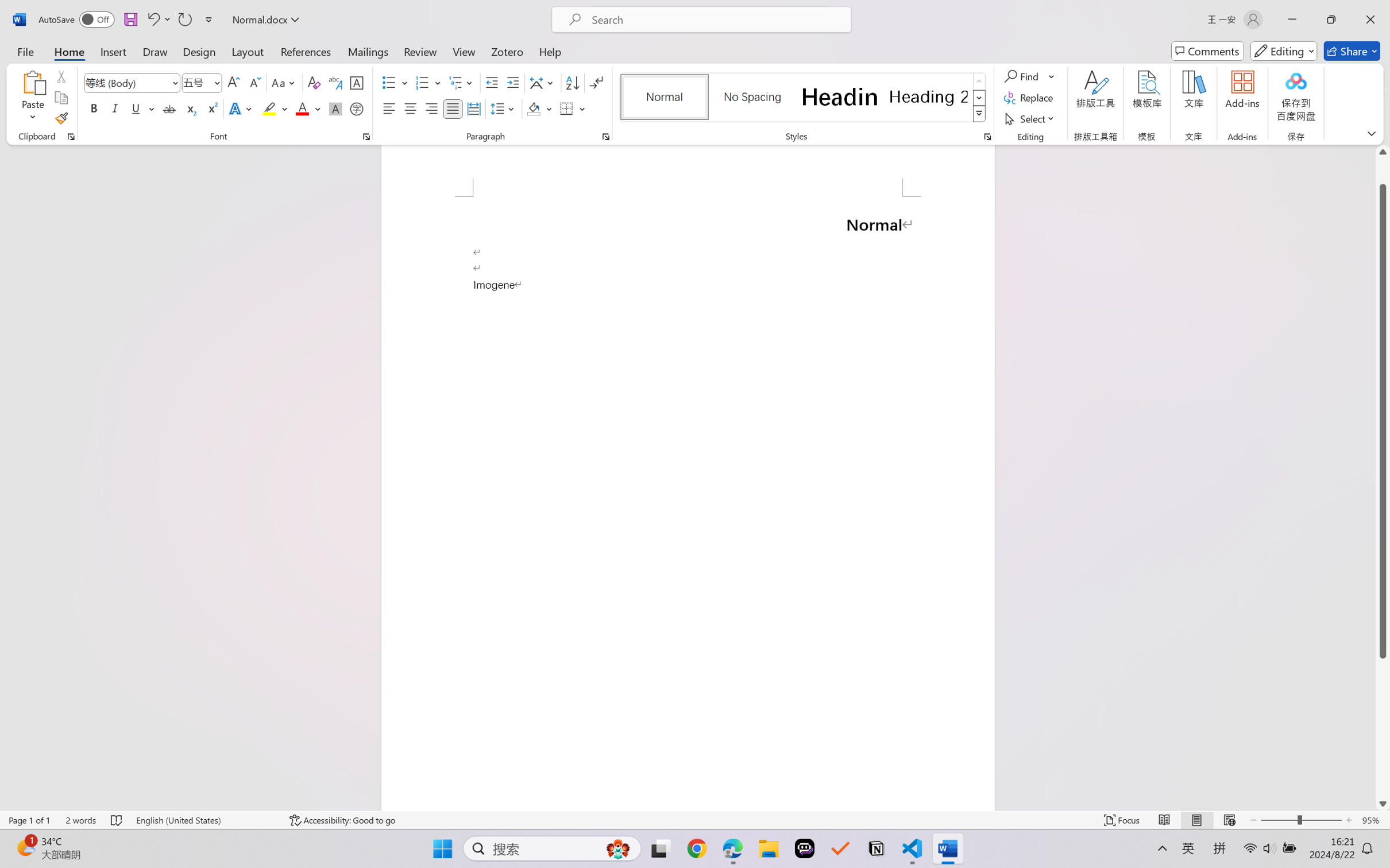 The image size is (1390, 868). I want to click on 'Change Case', so click(283, 83).